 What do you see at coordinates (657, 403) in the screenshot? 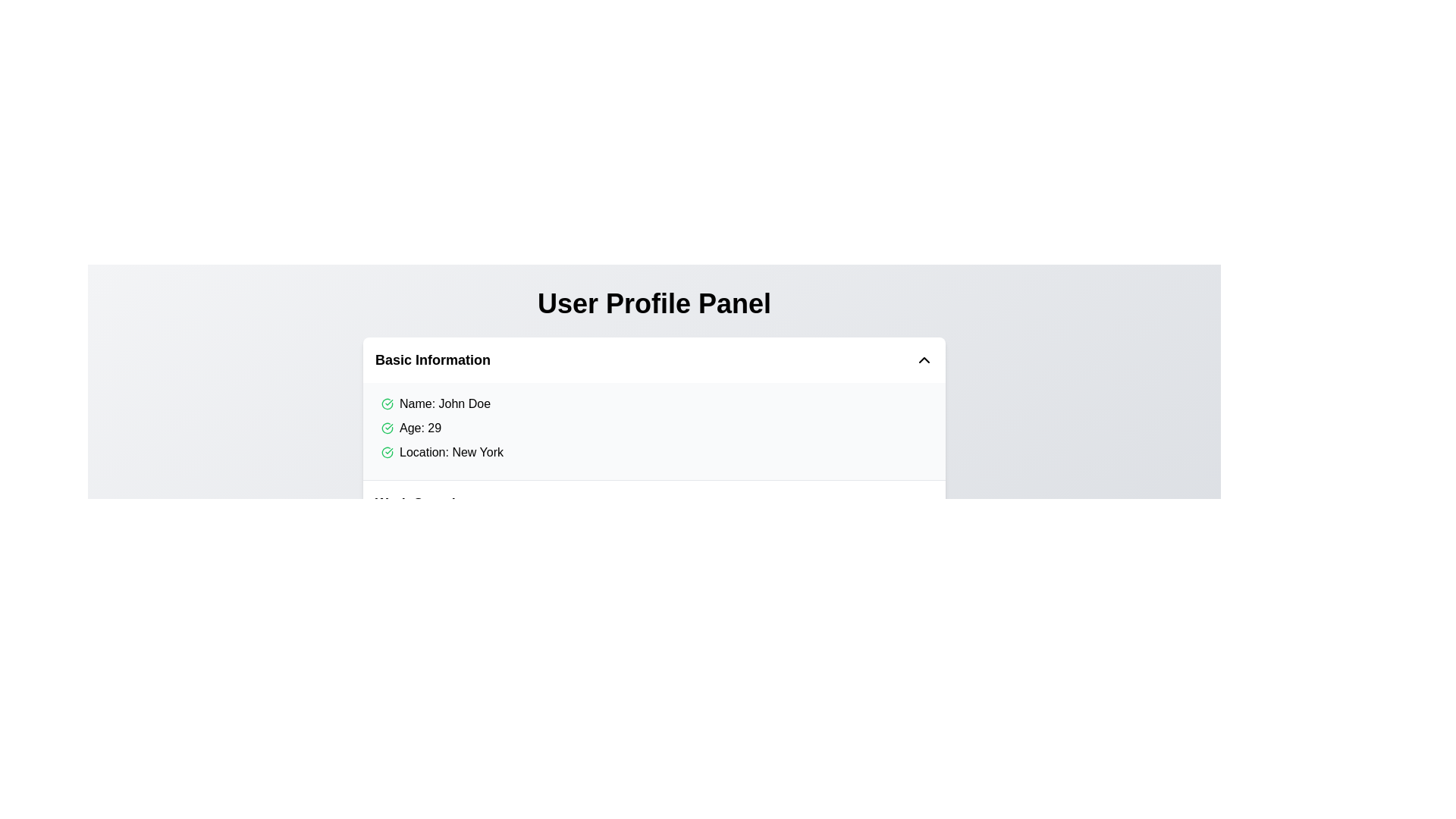
I see `the informational display showing the user's name 'John Doe' in the 'Basic Information' section of the 'User Profile Panel'` at bounding box center [657, 403].